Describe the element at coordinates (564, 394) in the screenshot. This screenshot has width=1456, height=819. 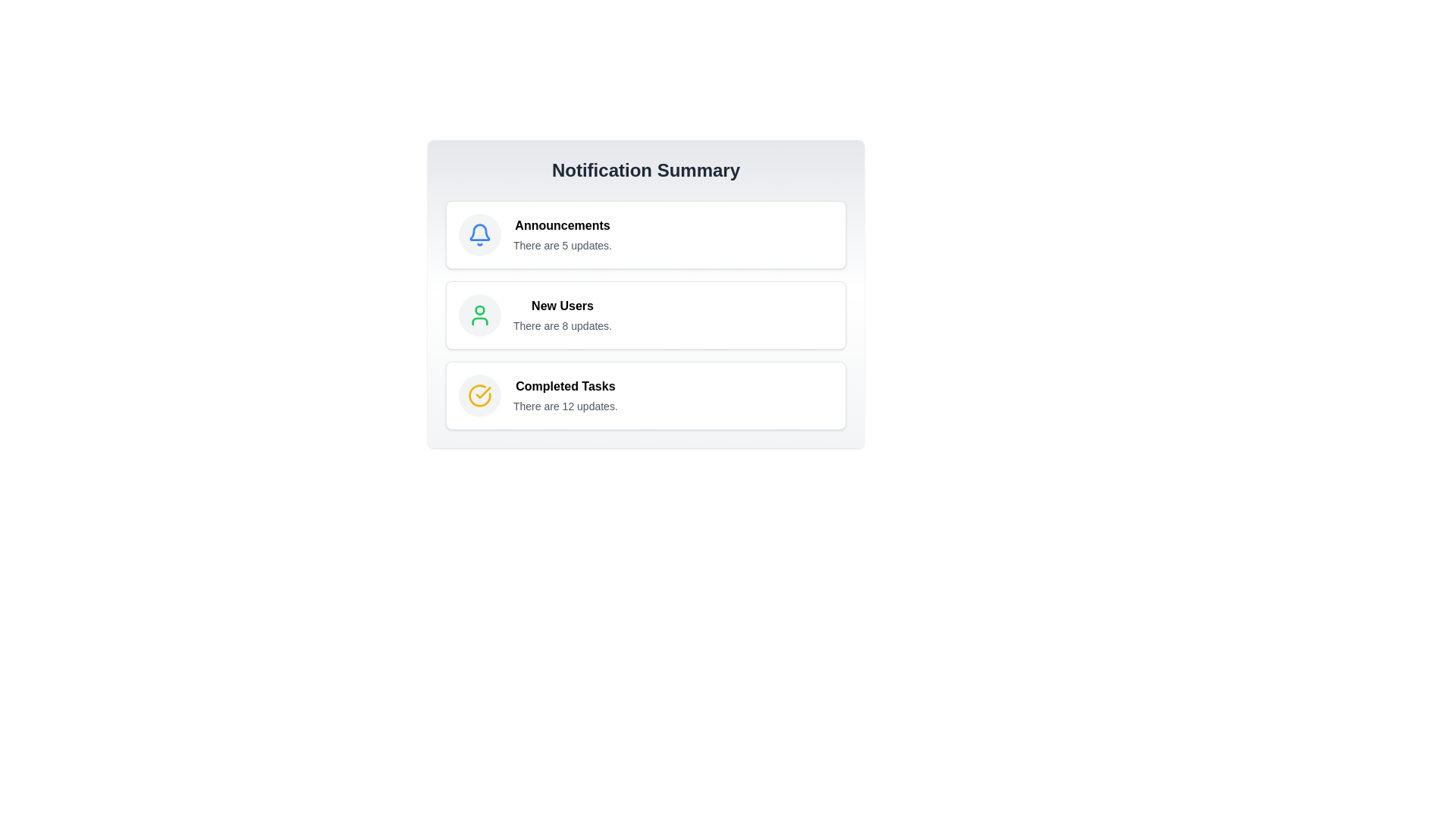
I see `the informational text grouping that summarizes completed tasks indicating 12 updates available, located in the bottom section of a vertical list within a card-like structure` at that location.